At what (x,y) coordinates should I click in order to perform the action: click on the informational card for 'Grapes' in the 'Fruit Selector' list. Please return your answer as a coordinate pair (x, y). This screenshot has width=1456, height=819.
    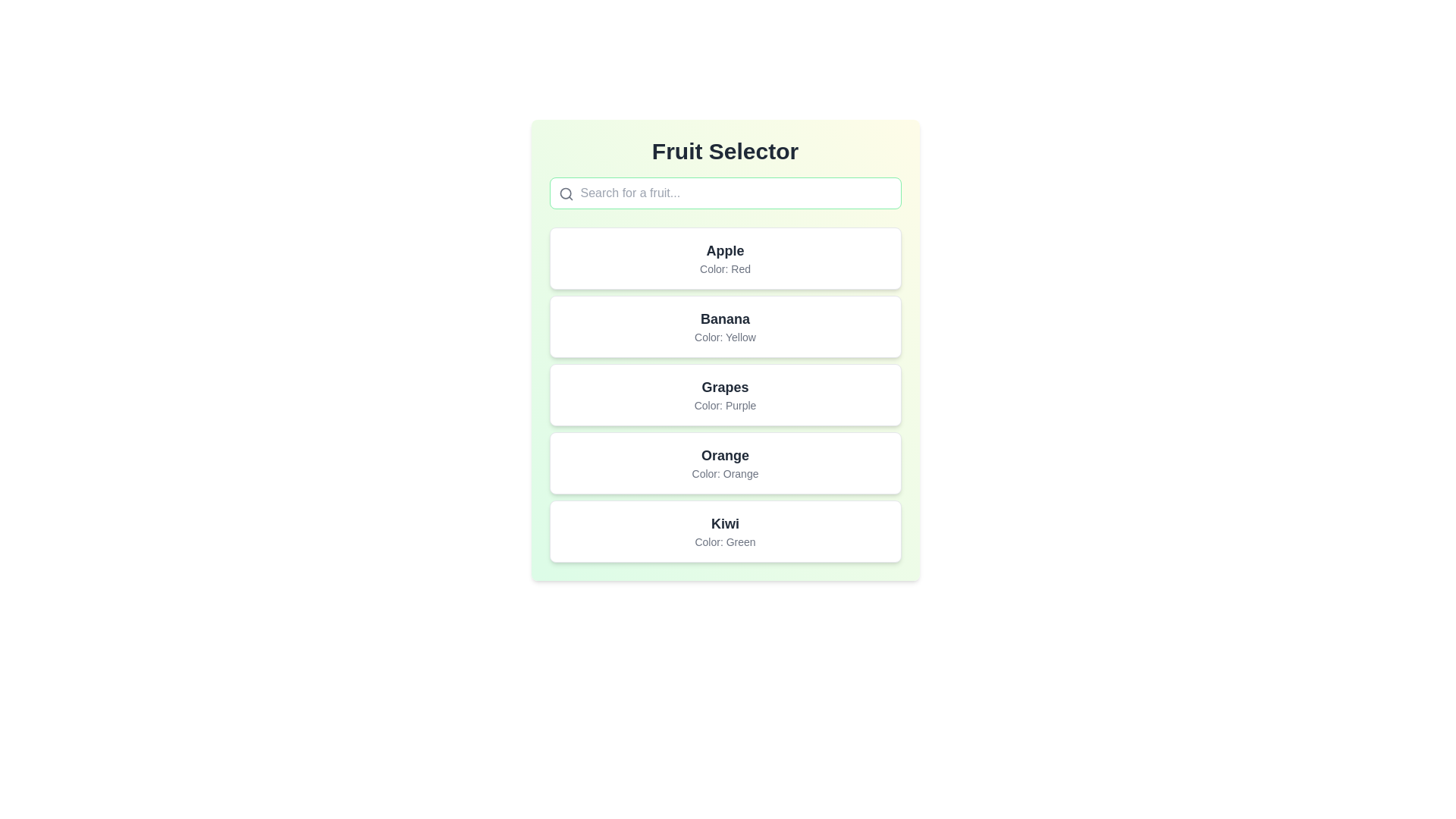
    Looking at the image, I should click on (724, 394).